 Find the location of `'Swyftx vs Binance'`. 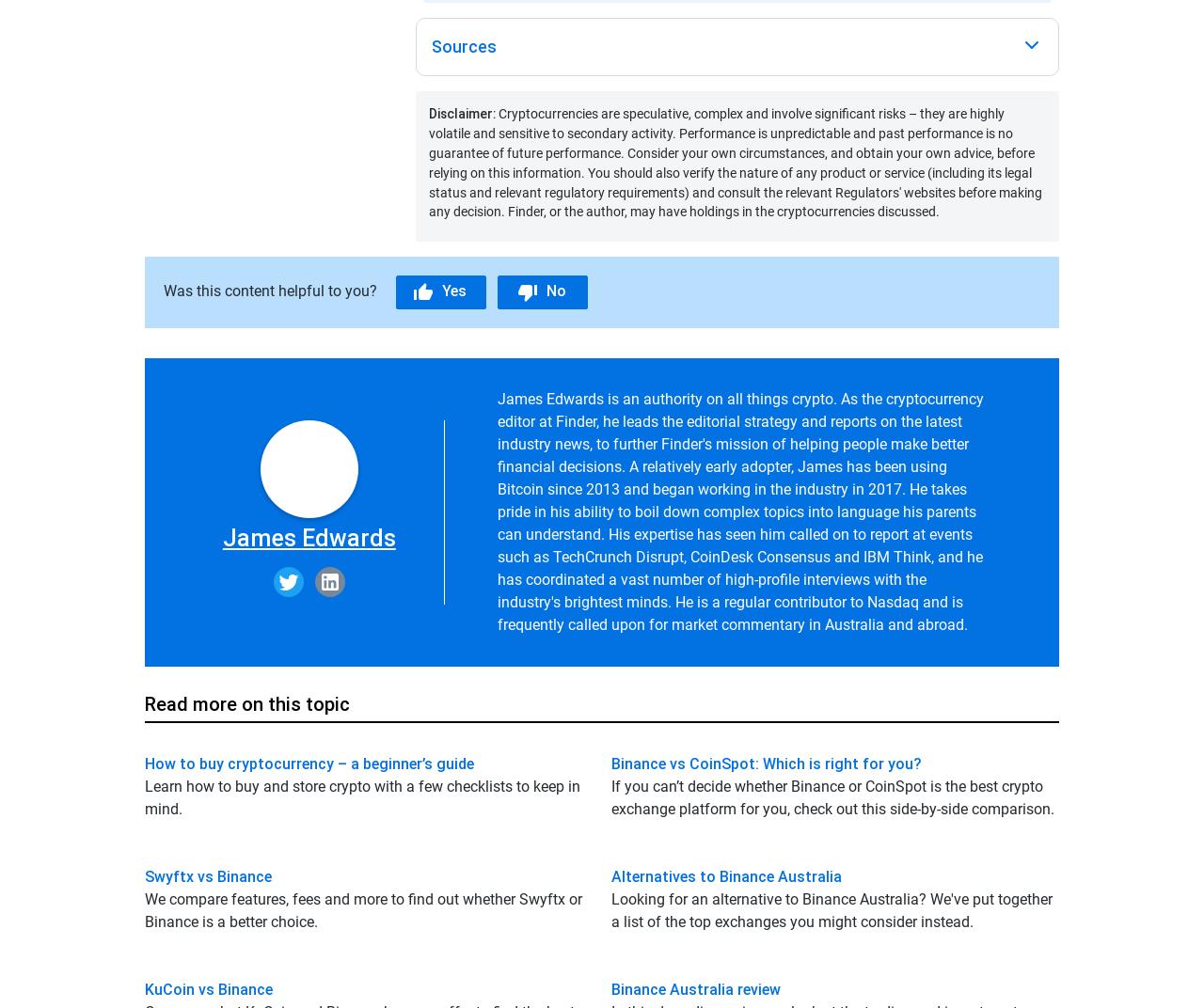

'Swyftx vs Binance' is located at coordinates (208, 875).